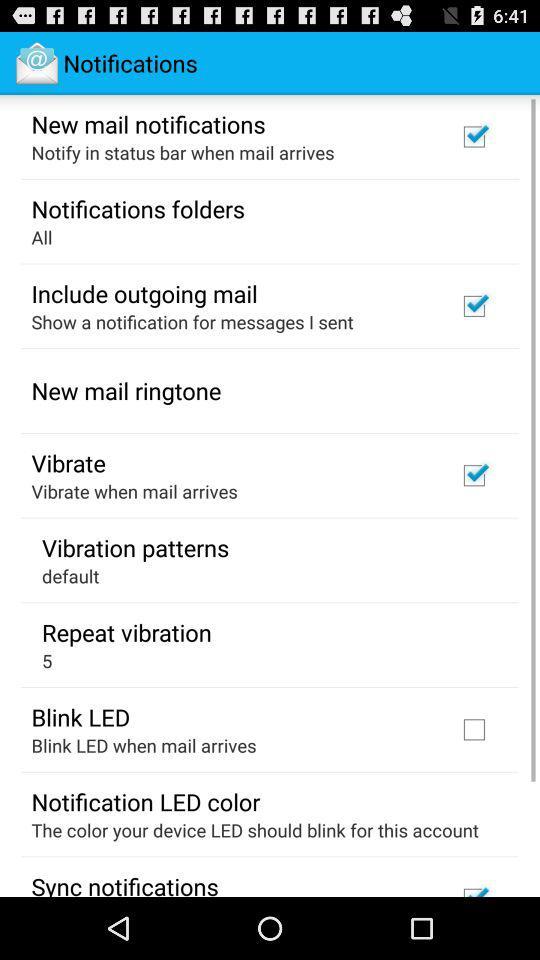  What do you see at coordinates (143, 292) in the screenshot?
I see `the app above the show a notification item` at bounding box center [143, 292].